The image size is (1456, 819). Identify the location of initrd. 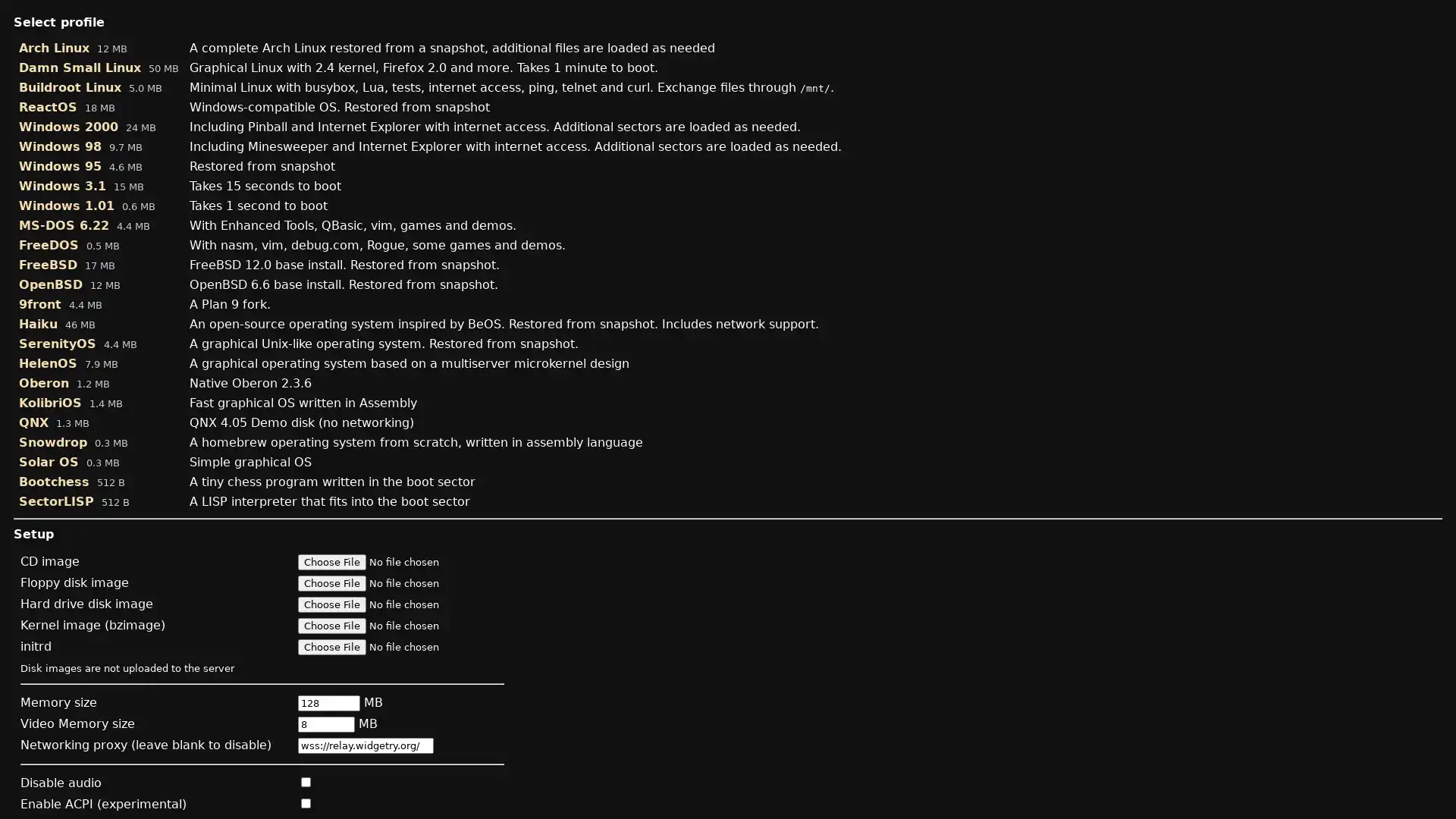
(400, 647).